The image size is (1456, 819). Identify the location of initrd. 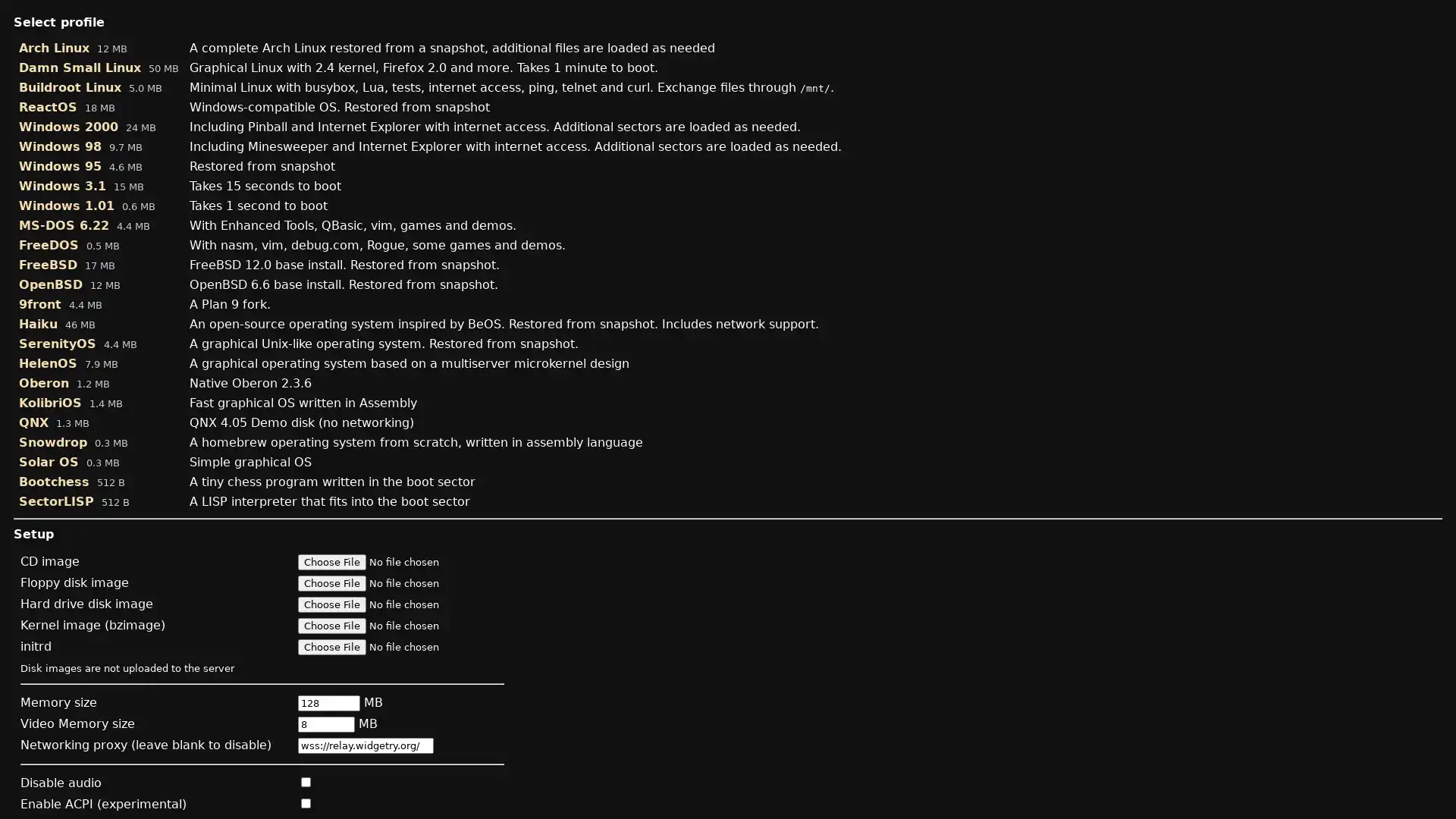
(400, 647).